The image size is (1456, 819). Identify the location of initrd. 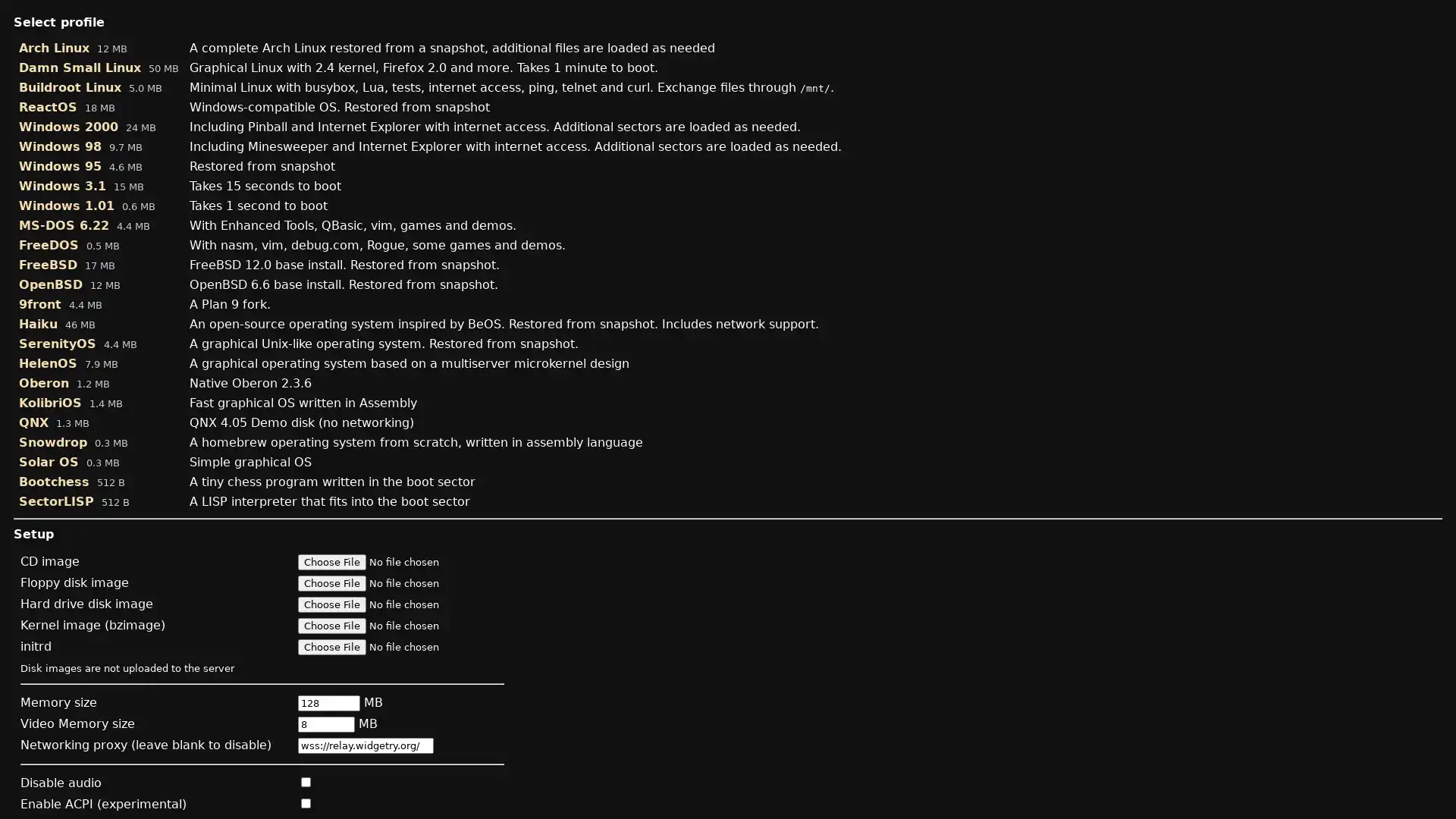
(400, 647).